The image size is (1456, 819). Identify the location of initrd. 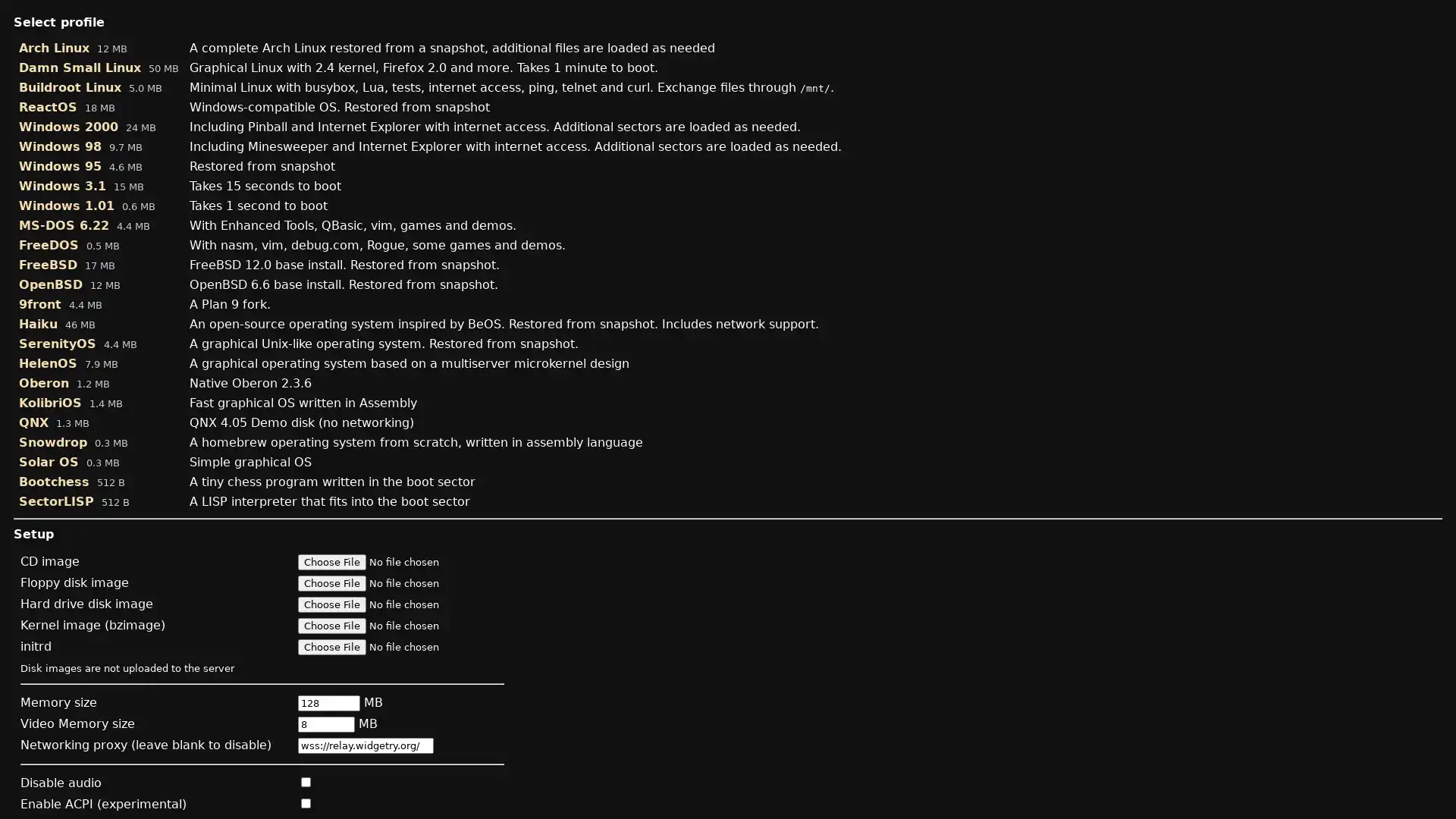
(400, 647).